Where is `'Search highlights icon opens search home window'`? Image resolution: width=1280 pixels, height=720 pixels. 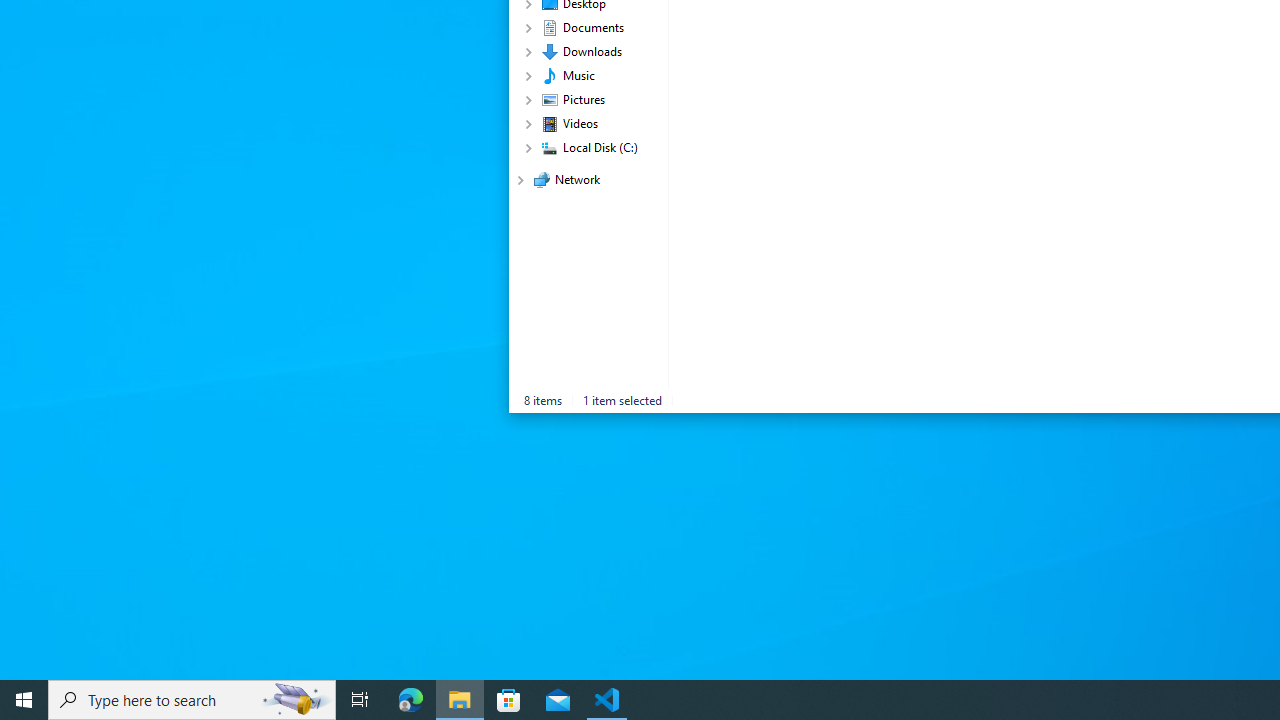 'Search highlights icon opens search home window' is located at coordinates (294, 698).